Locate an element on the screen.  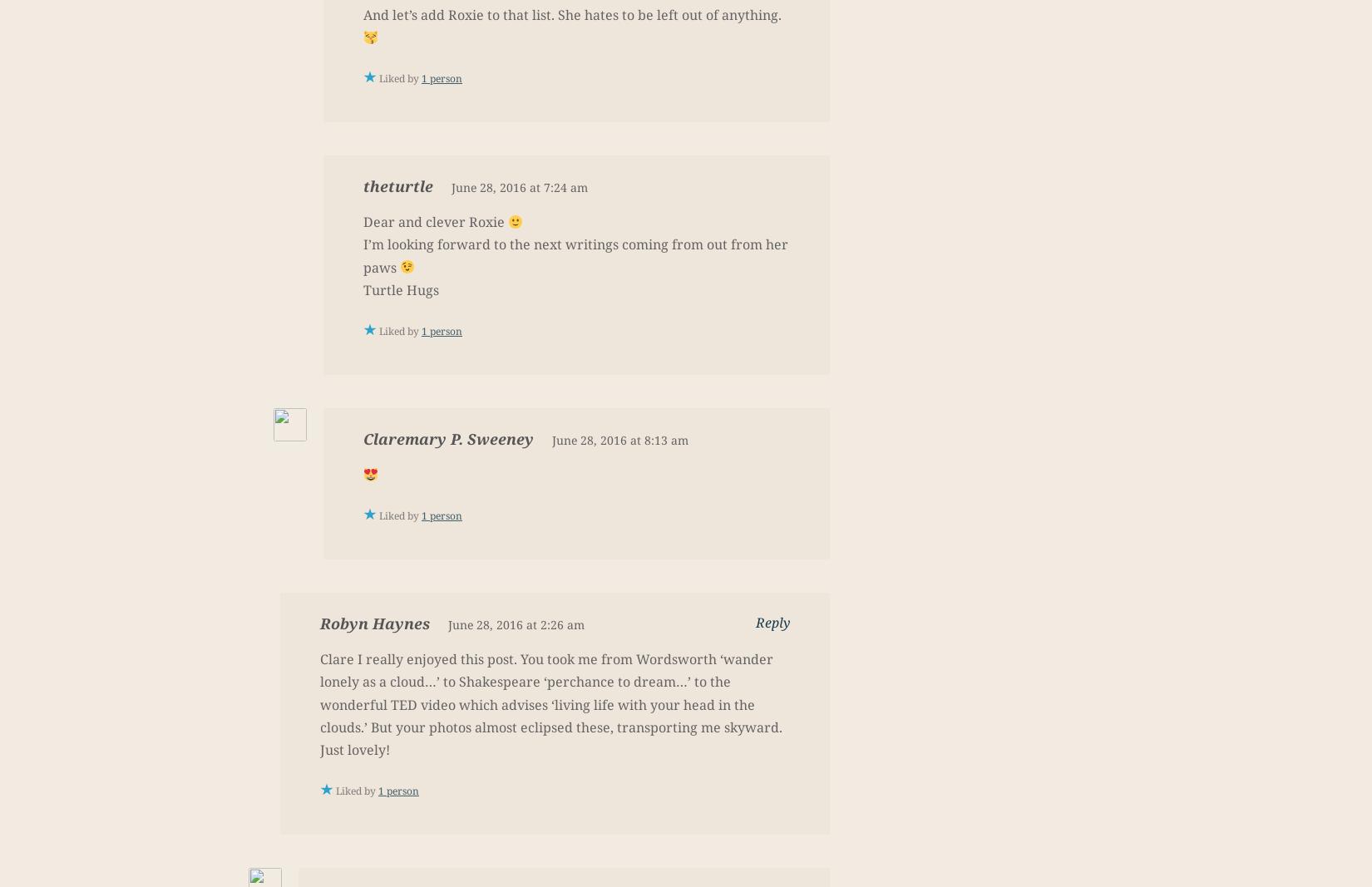
'Turtle Hugs' is located at coordinates (400, 288).